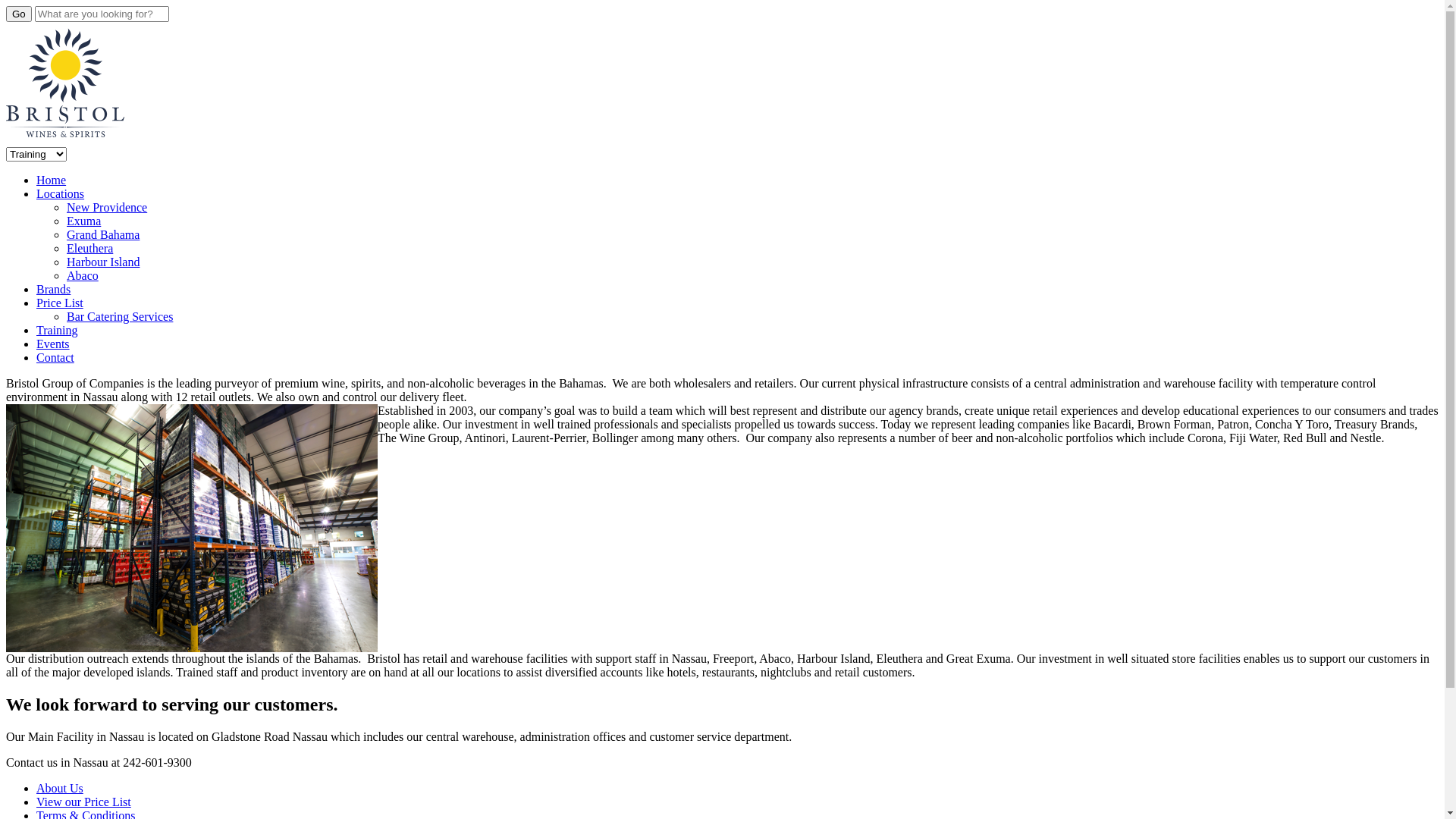 Image resolution: width=1456 pixels, height=819 pixels. What do you see at coordinates (36, 787) in the screenshot?
I see `'About Us'` at bounding box center [36, 787].